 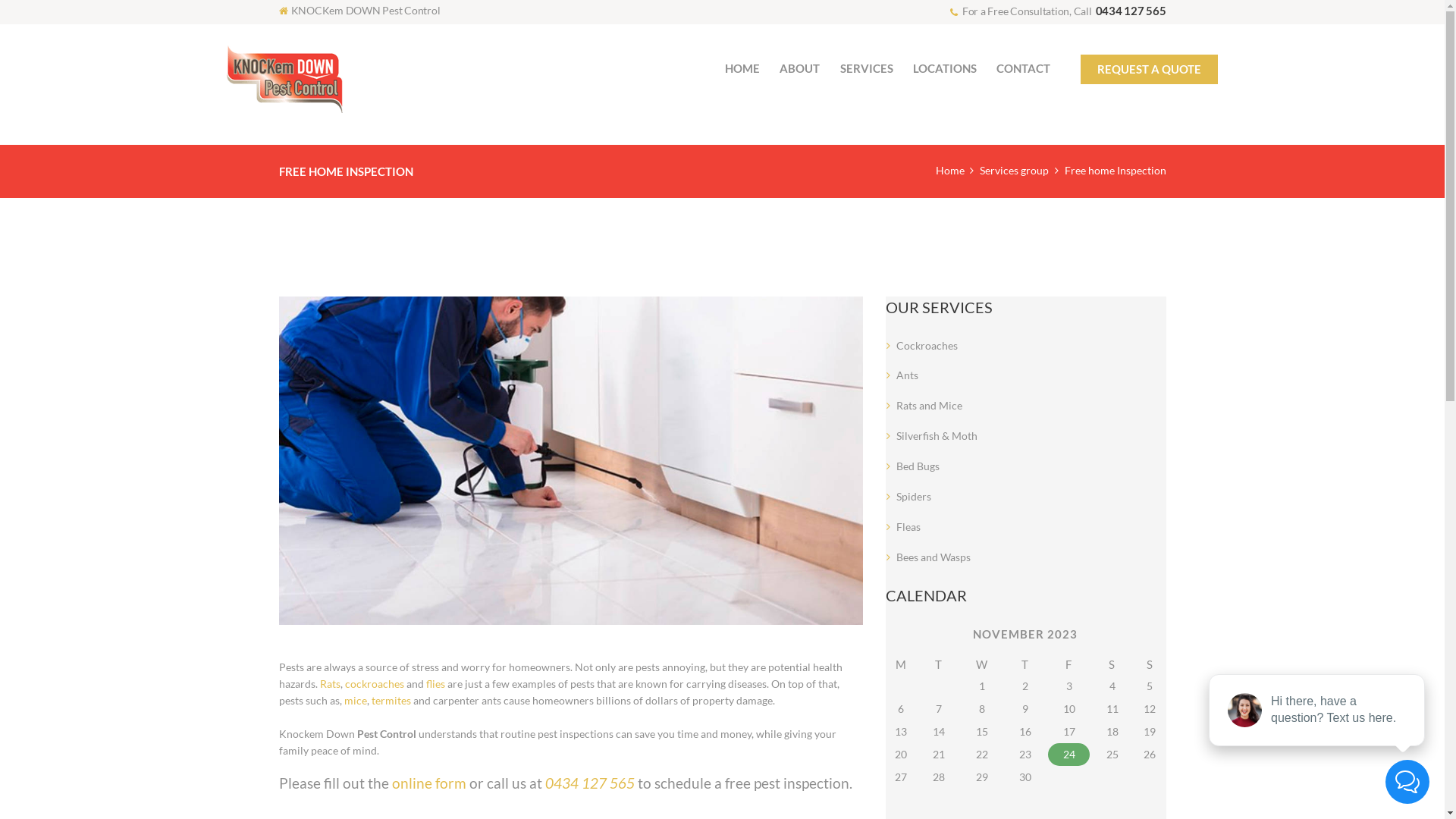 What do you see at coordinates (374, 683) in the screenshot?
I see `'cockroaches'` at bounding box center [374, 683].